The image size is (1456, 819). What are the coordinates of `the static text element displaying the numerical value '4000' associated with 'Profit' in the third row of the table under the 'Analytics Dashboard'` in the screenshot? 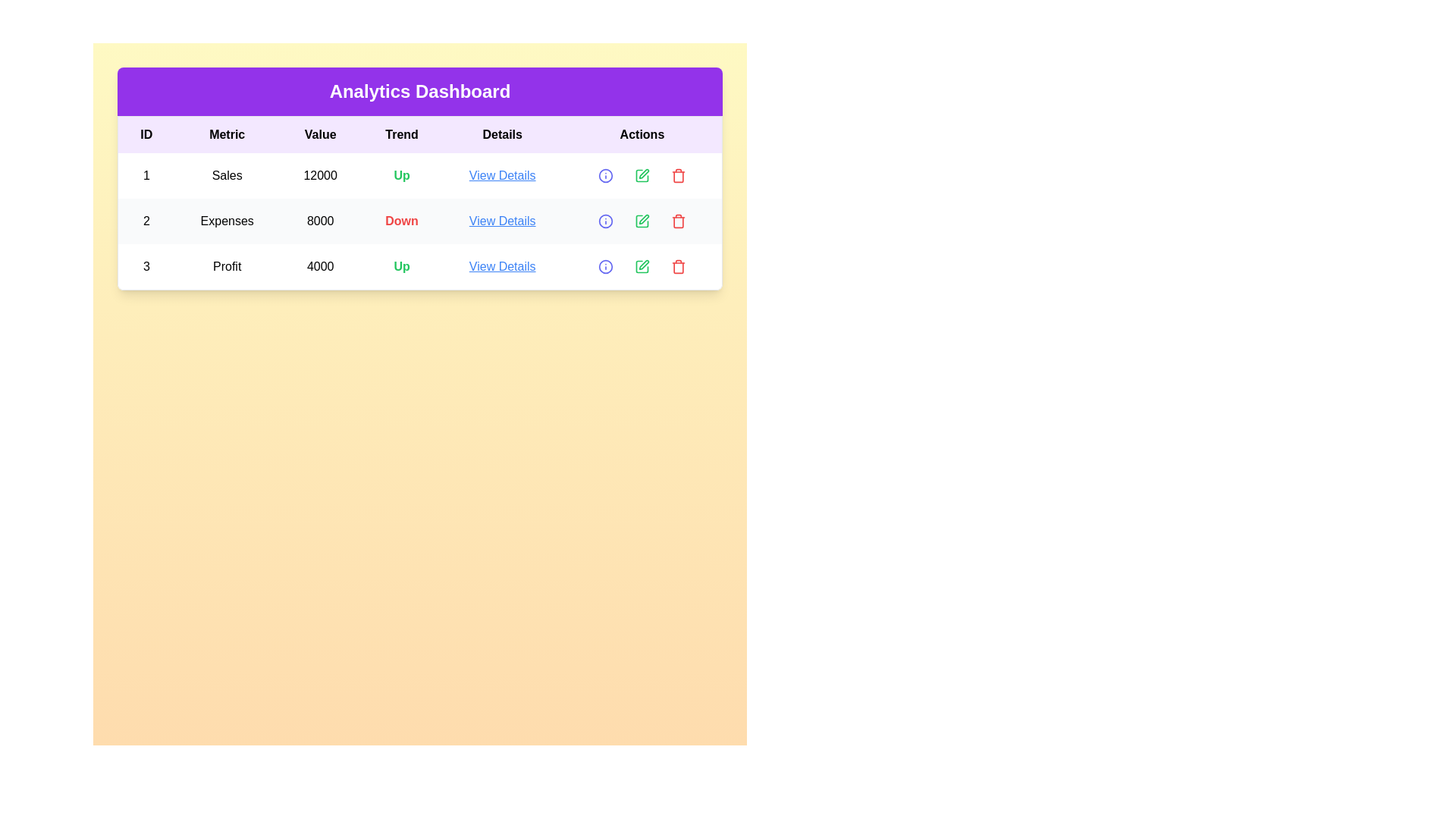 It's located at (319, 265).